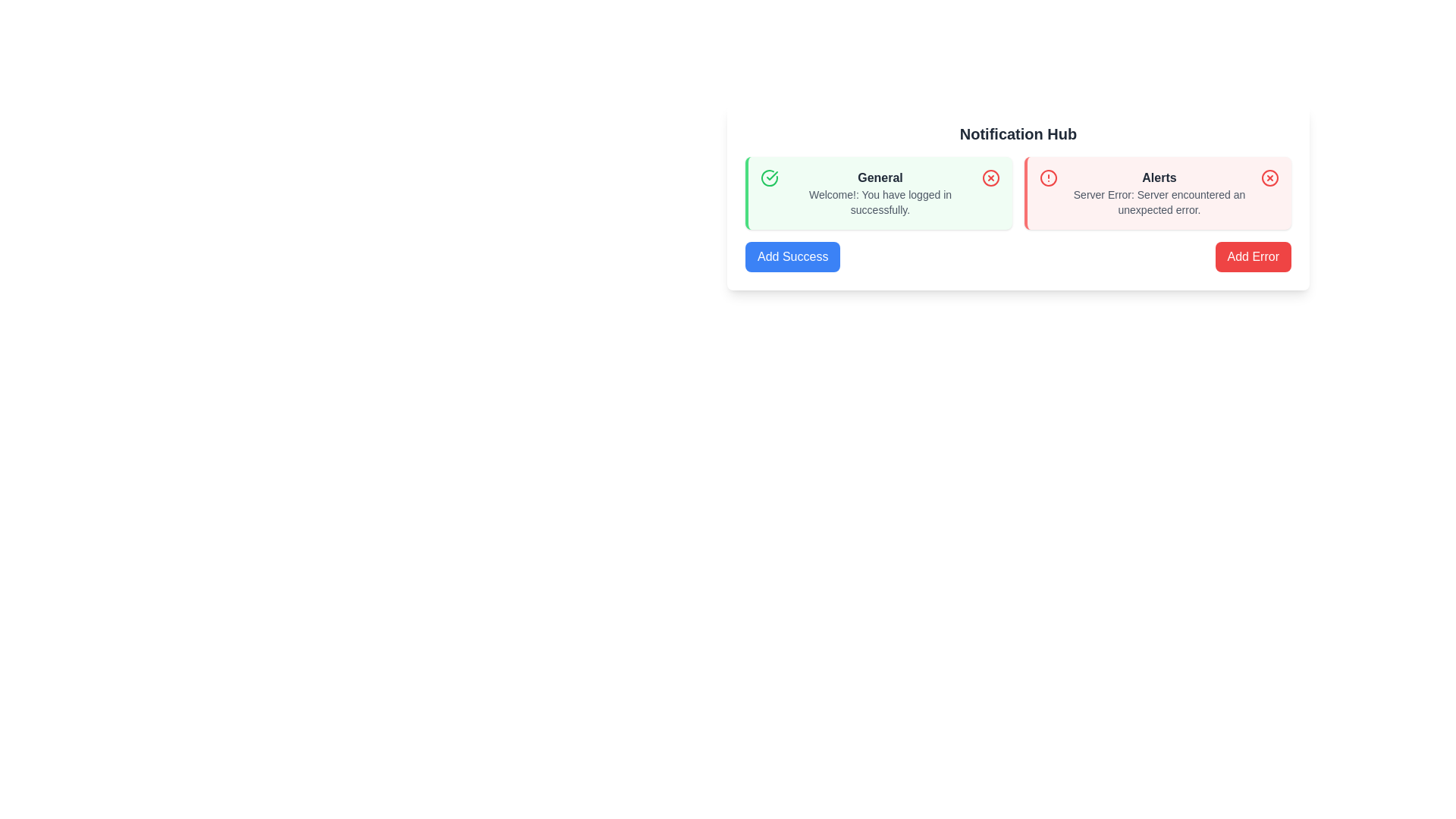 The height and width of the screenshot is (819, 1456). I want to click on the content of the Notification alert box that informs users about a server error, located to the right of the General alert box, so click(1159, 192).